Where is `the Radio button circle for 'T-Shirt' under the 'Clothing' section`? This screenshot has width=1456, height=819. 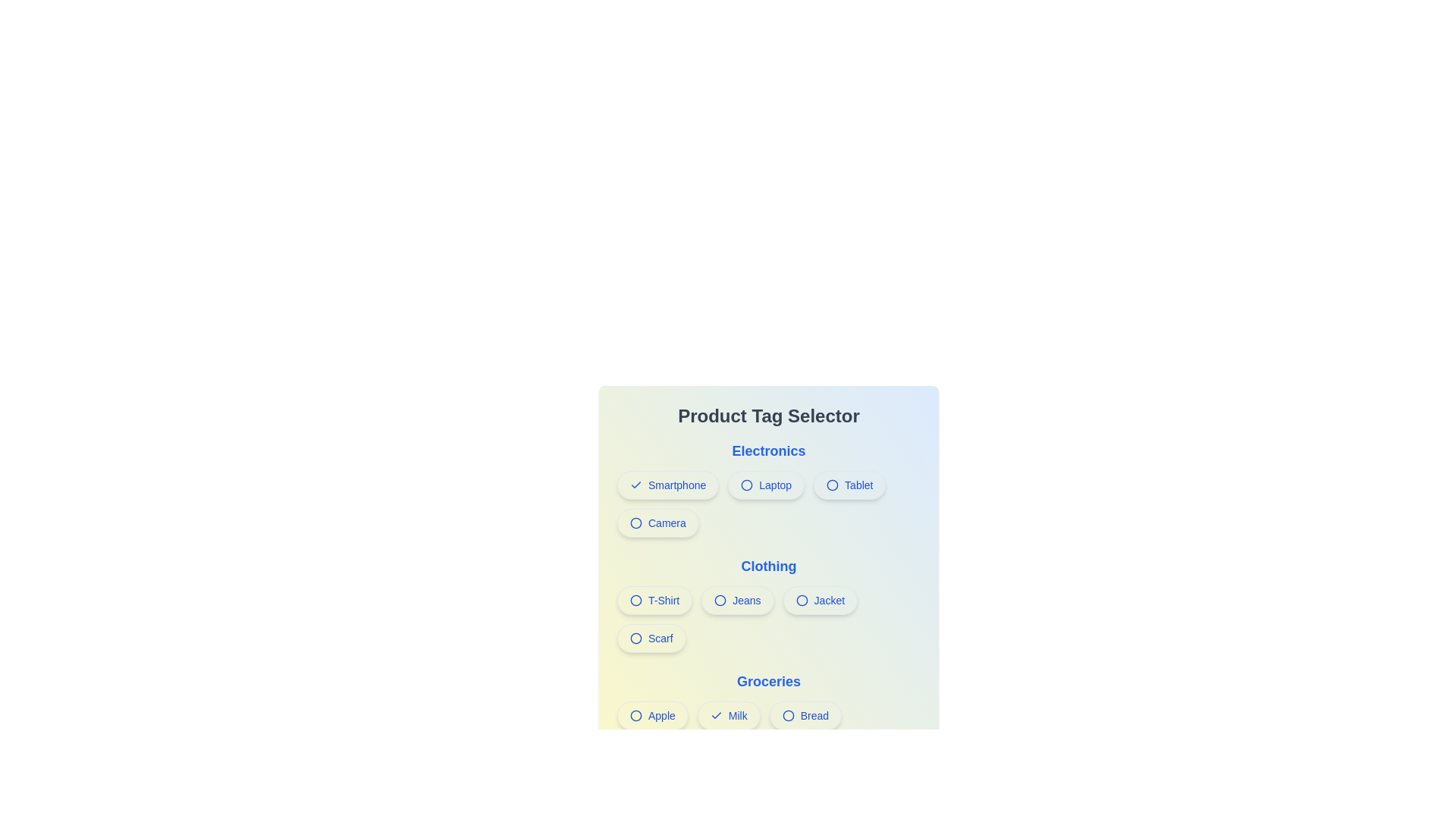
the Radio button circle for 'T-Shirt' under the 'Clothing' section is located at coordinates (636, 599).